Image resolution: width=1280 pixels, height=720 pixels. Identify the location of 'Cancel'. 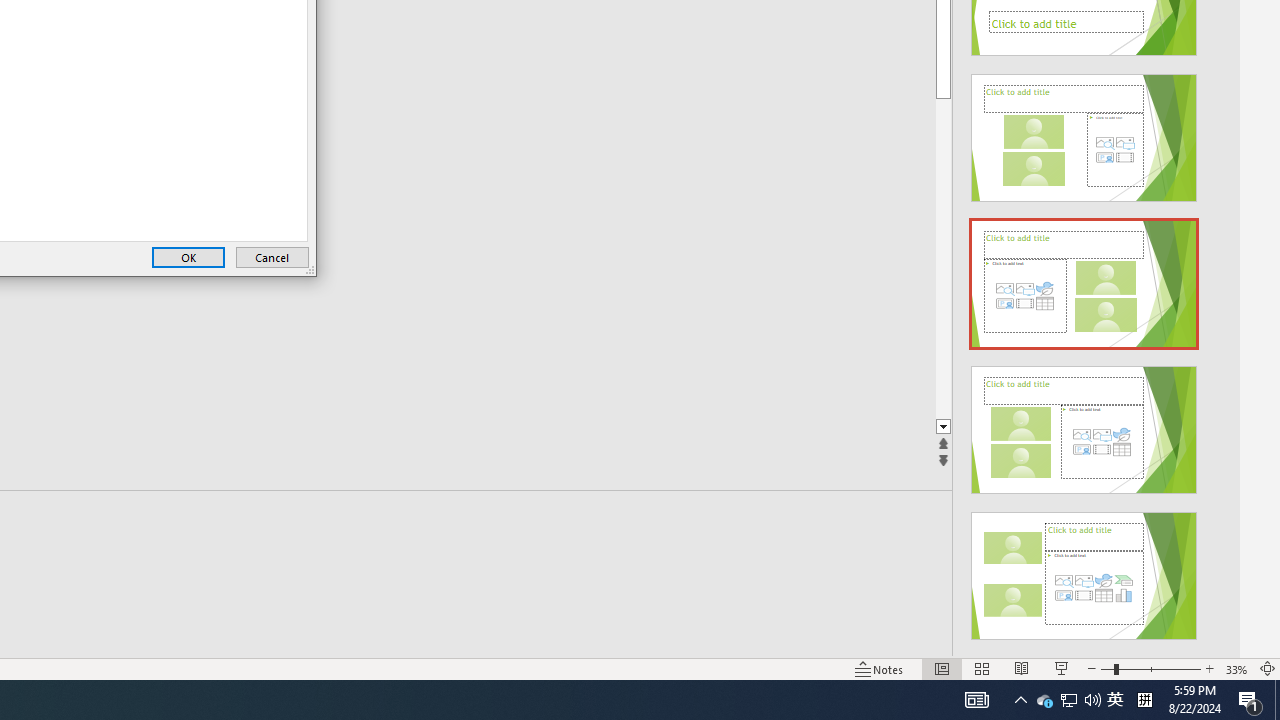
(271, 256).